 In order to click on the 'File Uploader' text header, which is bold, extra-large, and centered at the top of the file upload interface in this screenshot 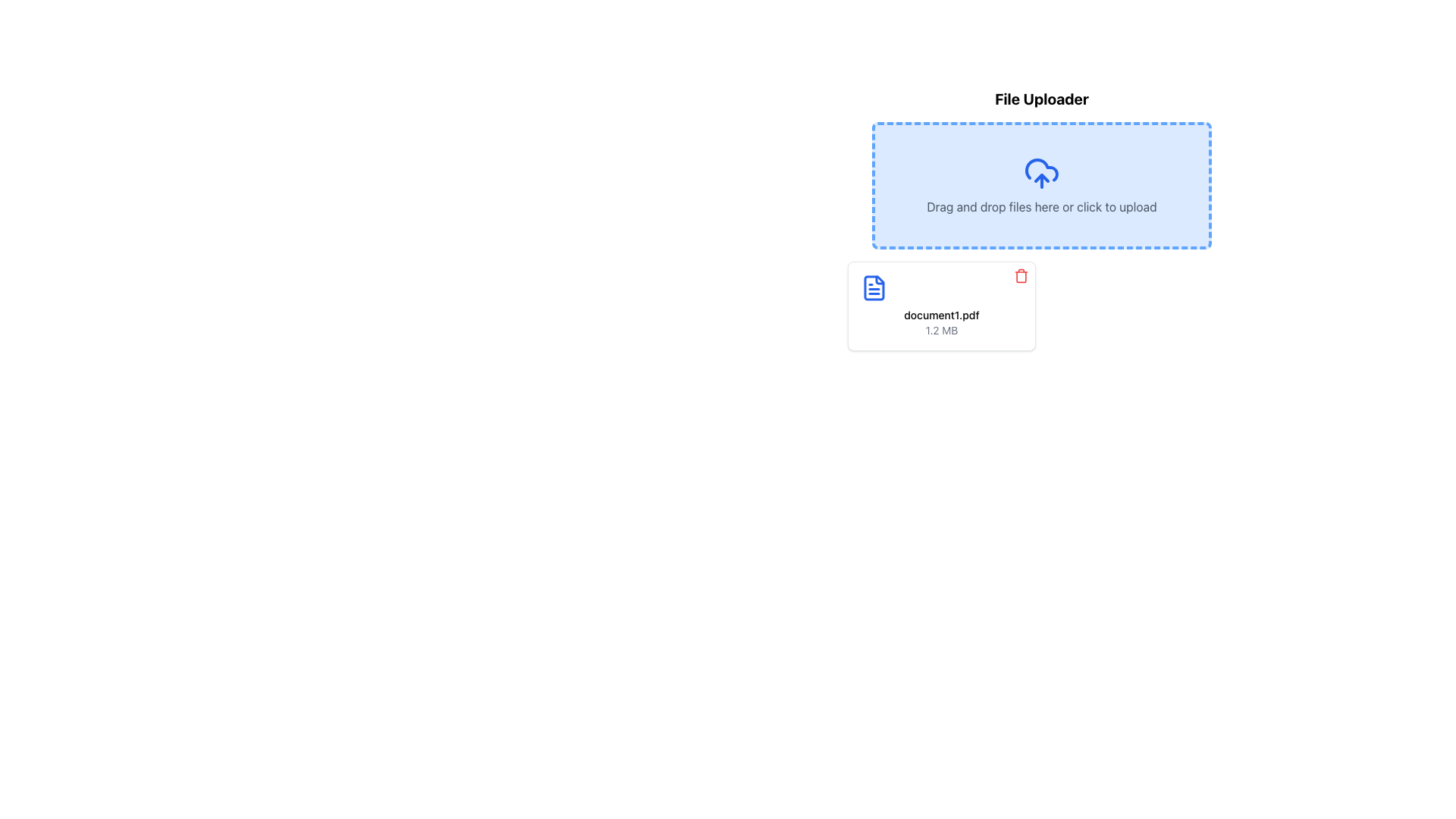, I will do `click(1040, 99)`.